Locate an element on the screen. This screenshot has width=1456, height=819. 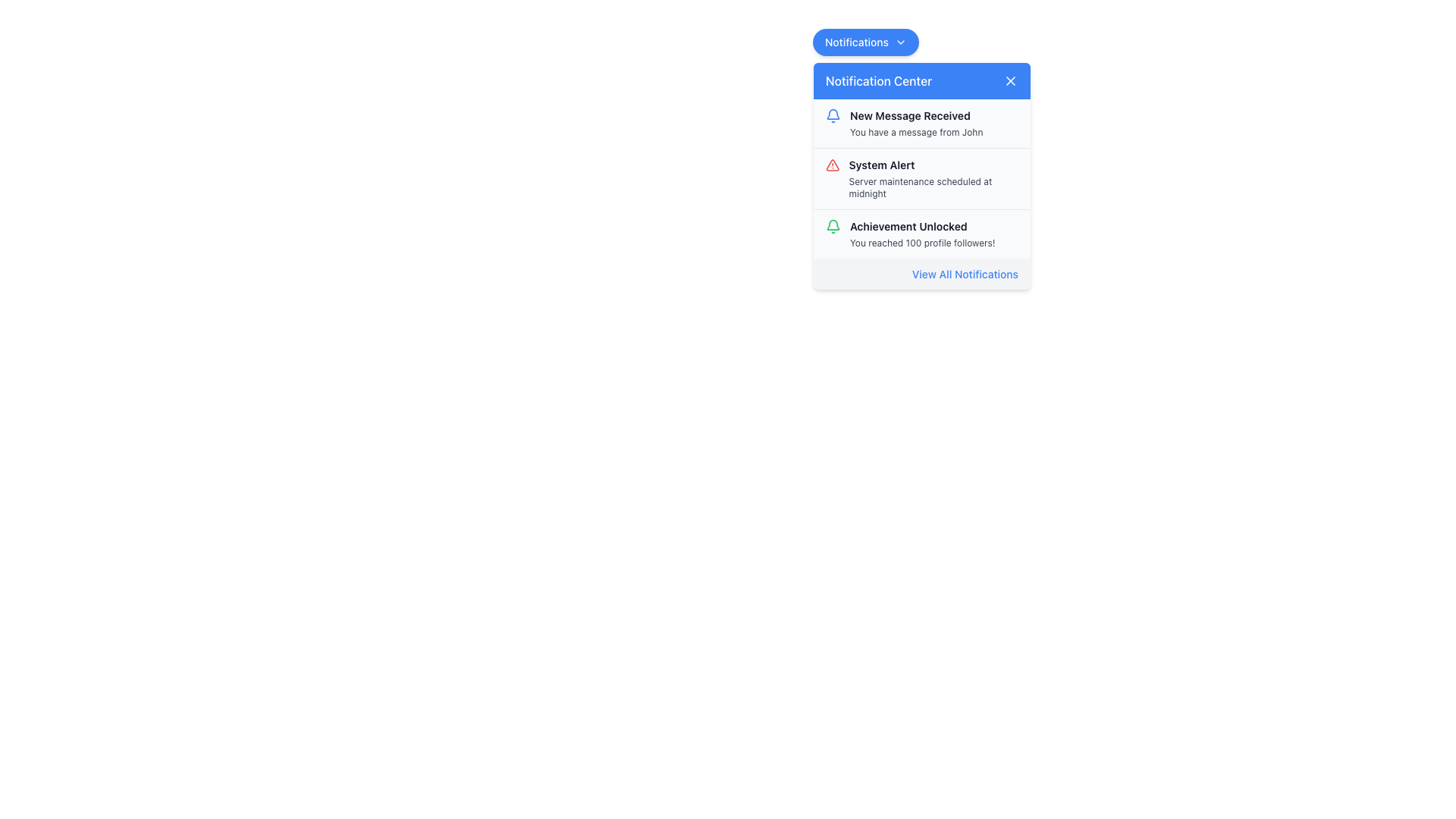
the red outlined triangular icon representing a warning or alert symbol located in the second row of the notification list, next to 'System Alert' is located at coordinates (832, 165).